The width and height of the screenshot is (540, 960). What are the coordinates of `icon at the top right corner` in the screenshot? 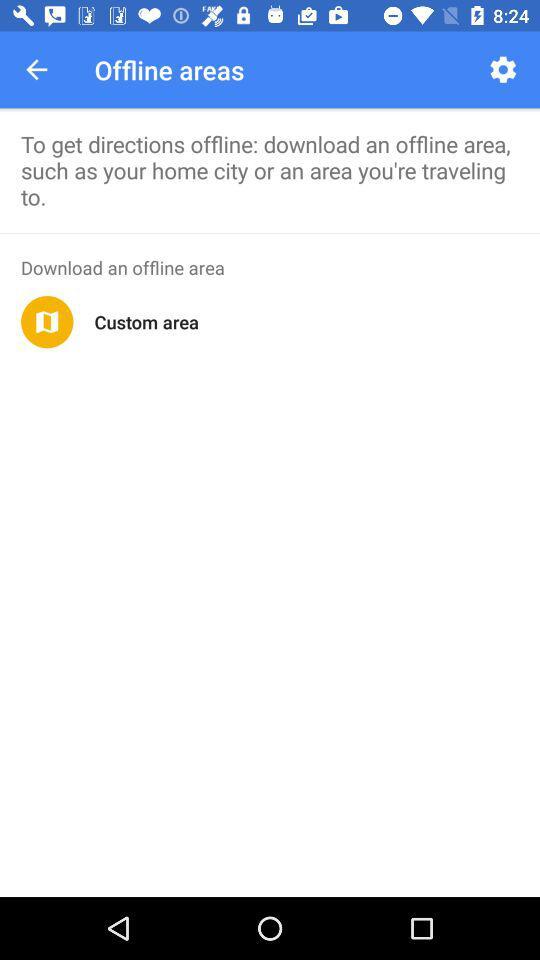 It's located at (502, 69).